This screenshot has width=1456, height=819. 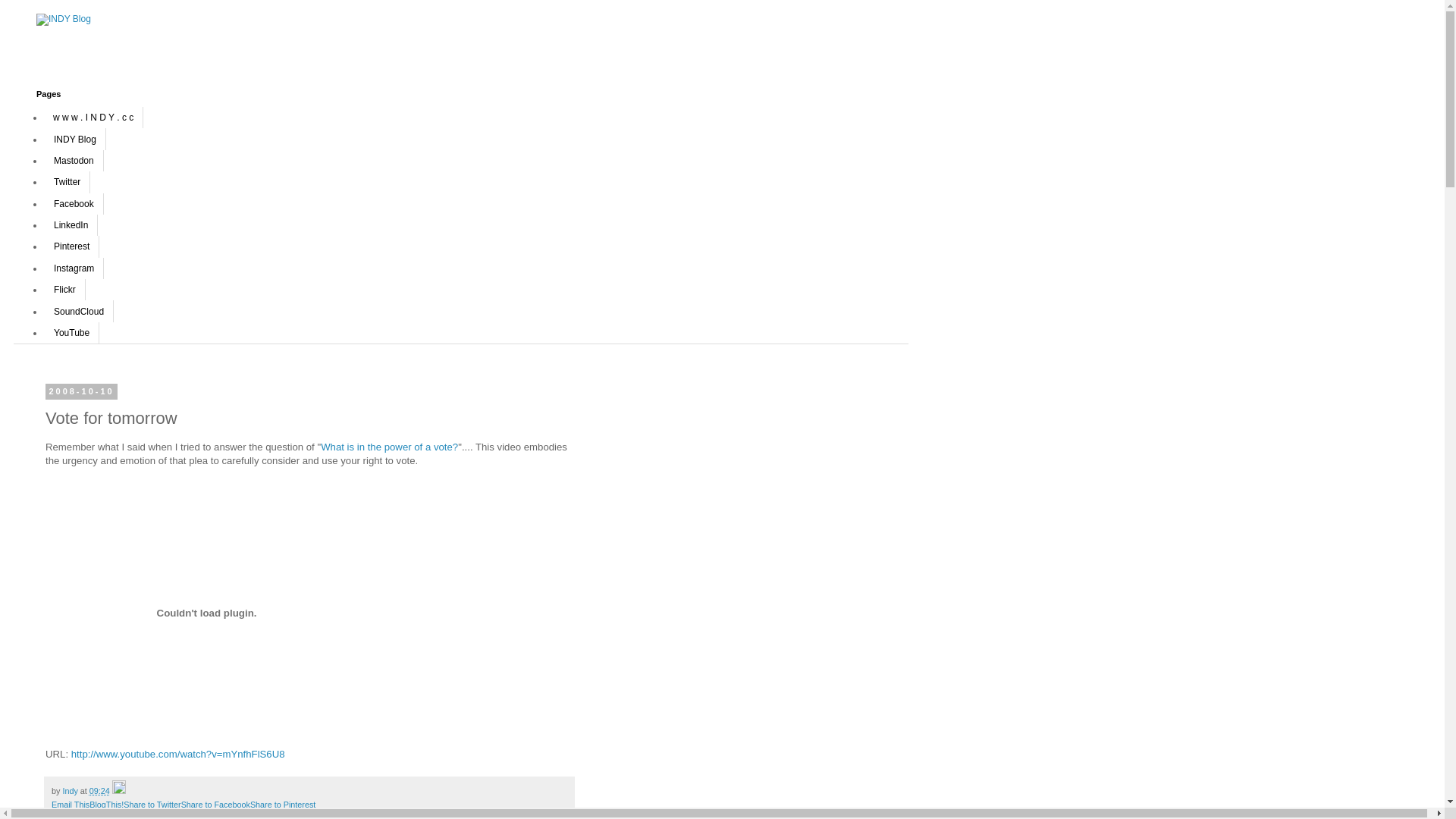 What do you see at coordinates (71, 245) in the screenshot?
I see `'Pinterest'` at bounding box center [71, 245].